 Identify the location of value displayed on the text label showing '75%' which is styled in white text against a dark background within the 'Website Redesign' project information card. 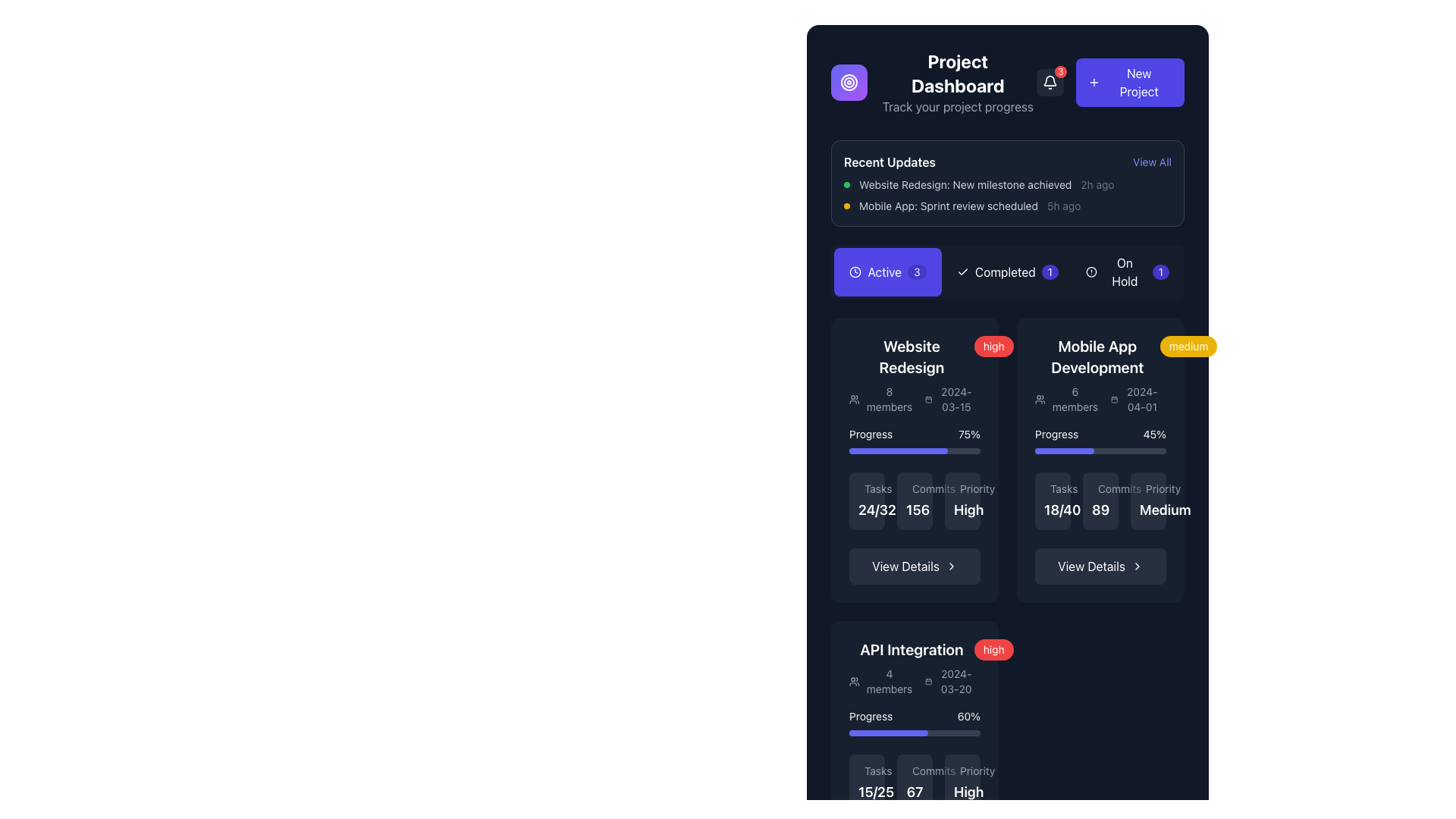
(968, 435).